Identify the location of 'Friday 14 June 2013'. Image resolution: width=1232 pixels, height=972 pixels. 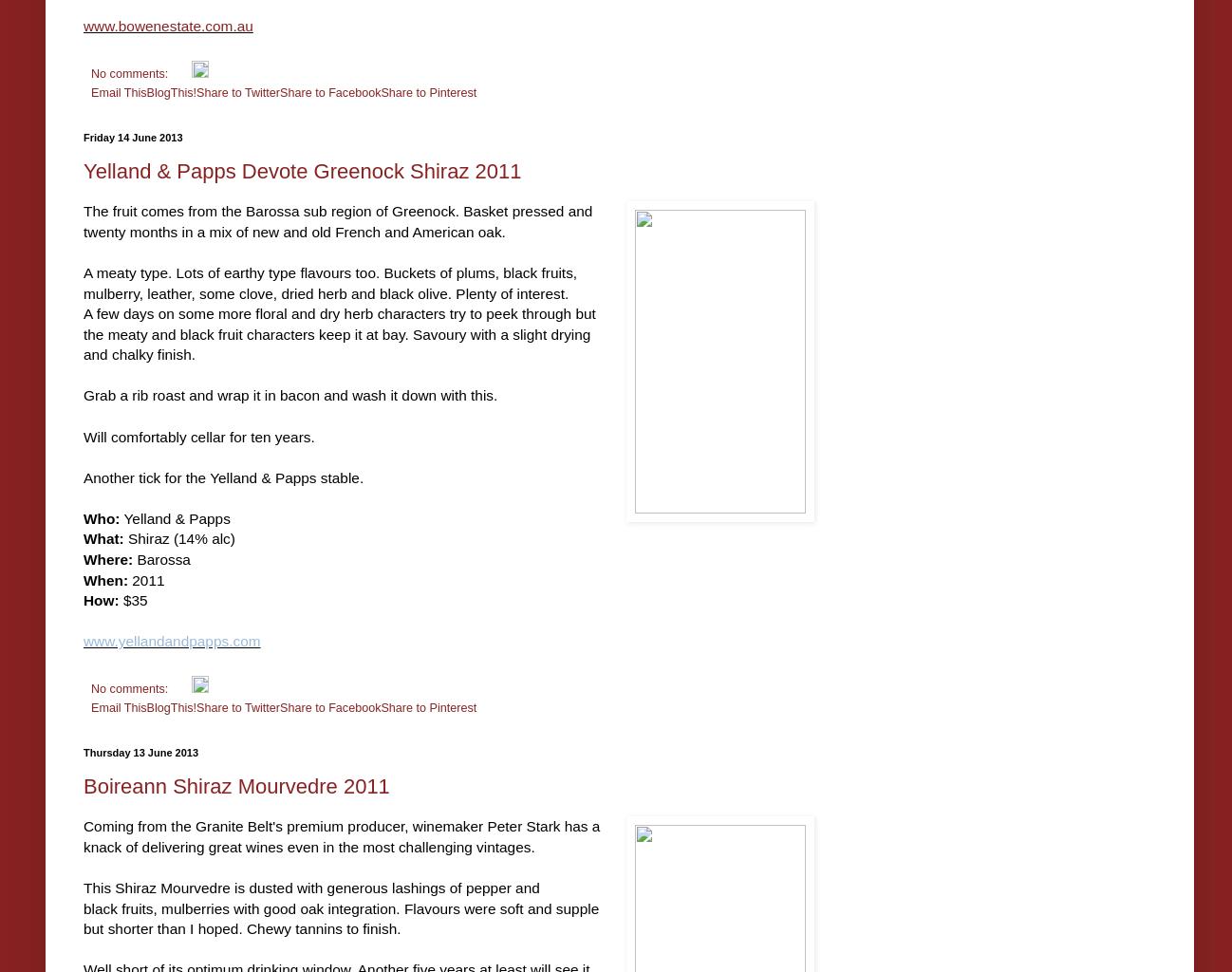
(132, 136).